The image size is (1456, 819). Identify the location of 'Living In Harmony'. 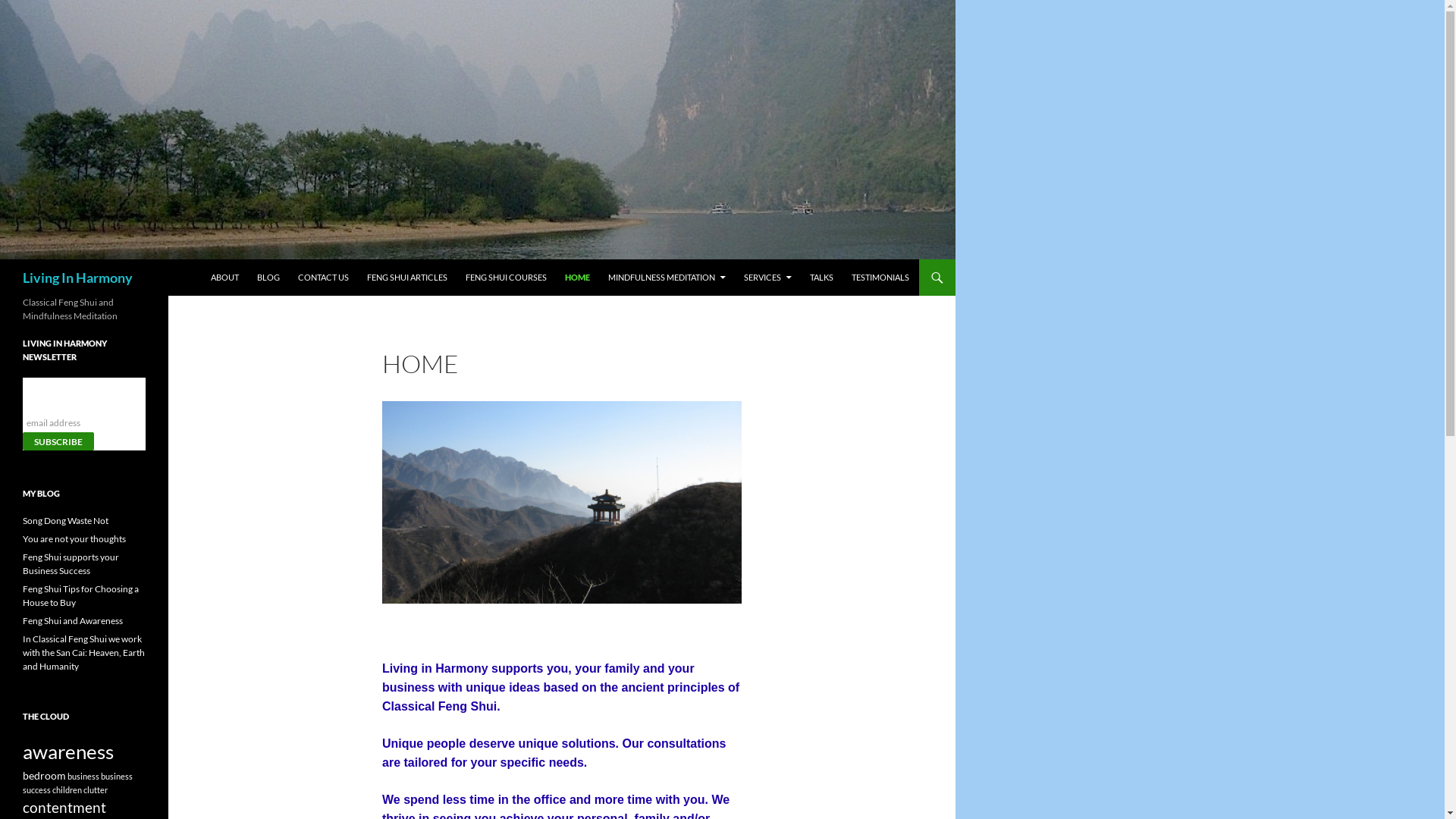
(77, 278).